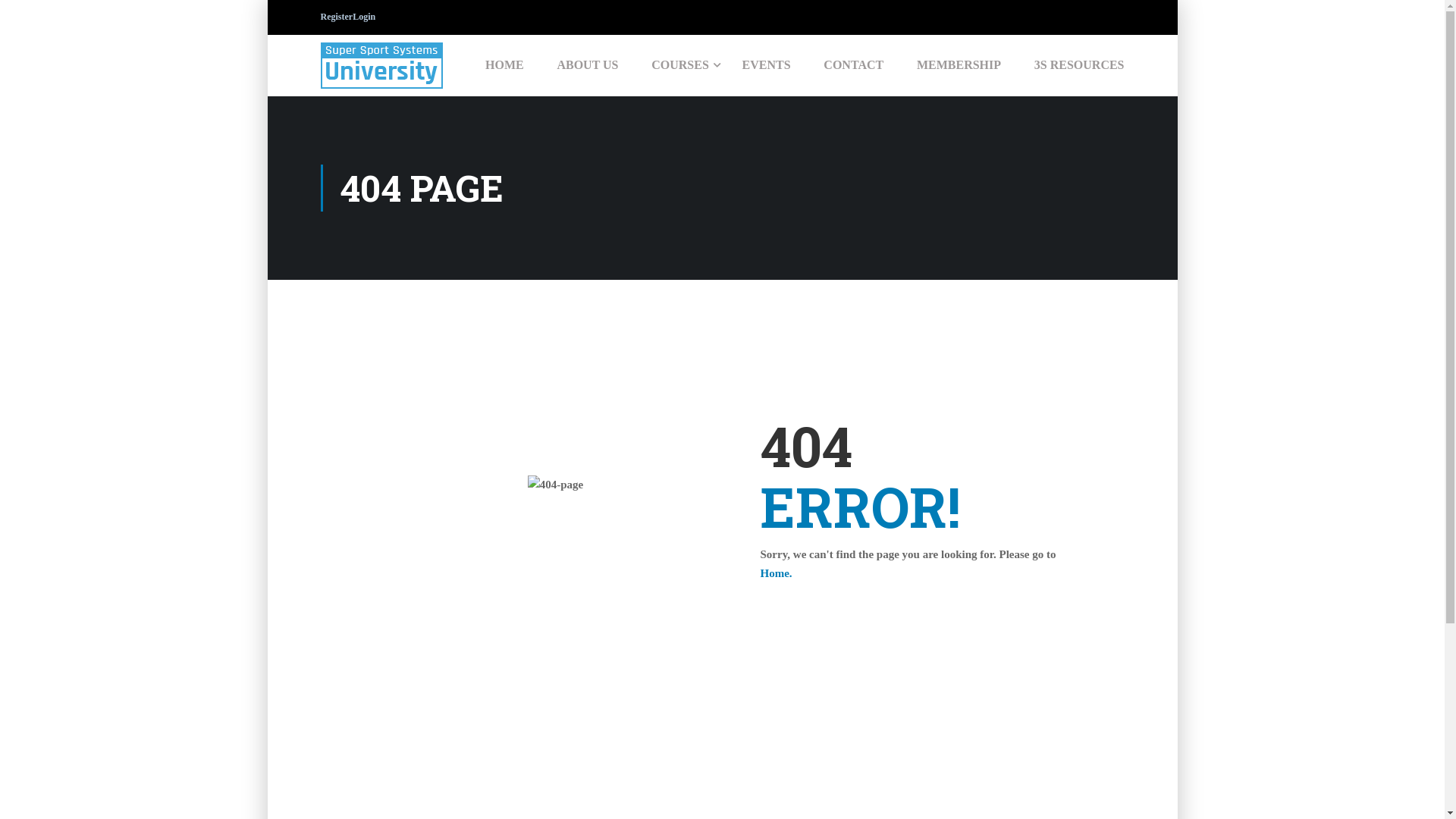 The width and height of the screenshot is (1456, 819). What do you see at coordinates (335, 17) in the screenshot?
I see `'Register'` at bounding box center [335, 17].